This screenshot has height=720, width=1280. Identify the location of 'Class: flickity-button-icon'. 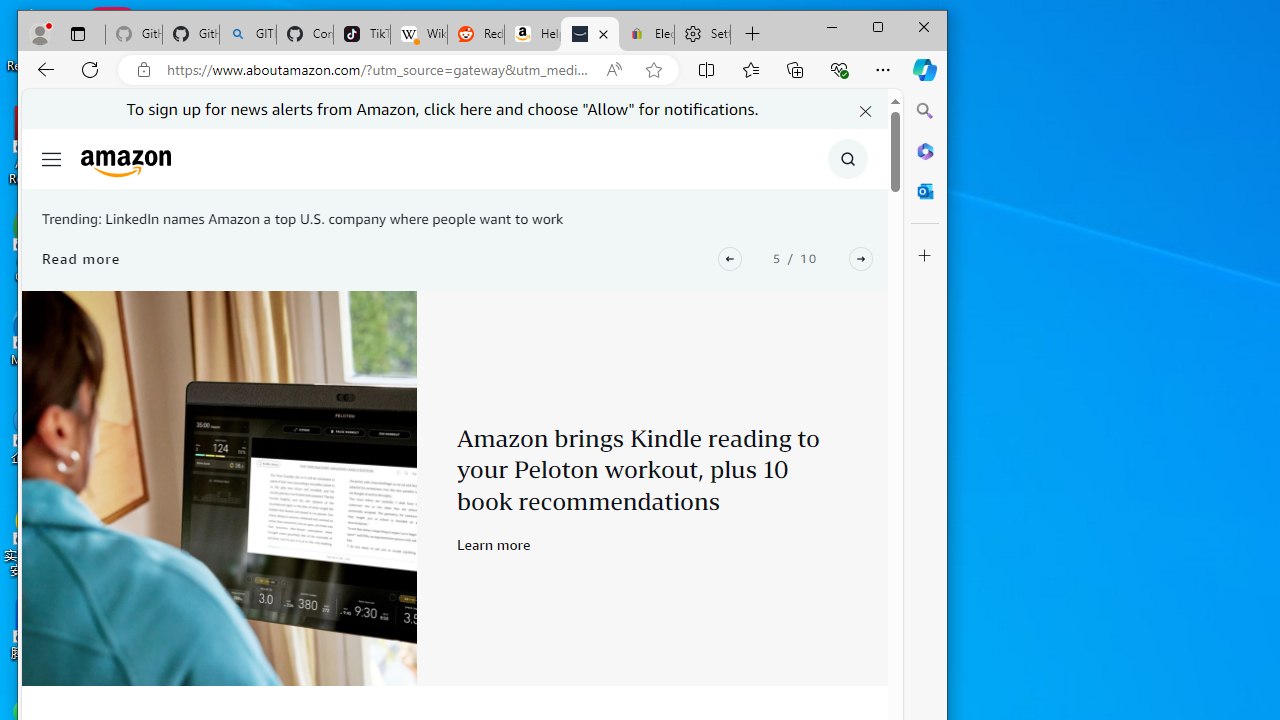
(861, 257).